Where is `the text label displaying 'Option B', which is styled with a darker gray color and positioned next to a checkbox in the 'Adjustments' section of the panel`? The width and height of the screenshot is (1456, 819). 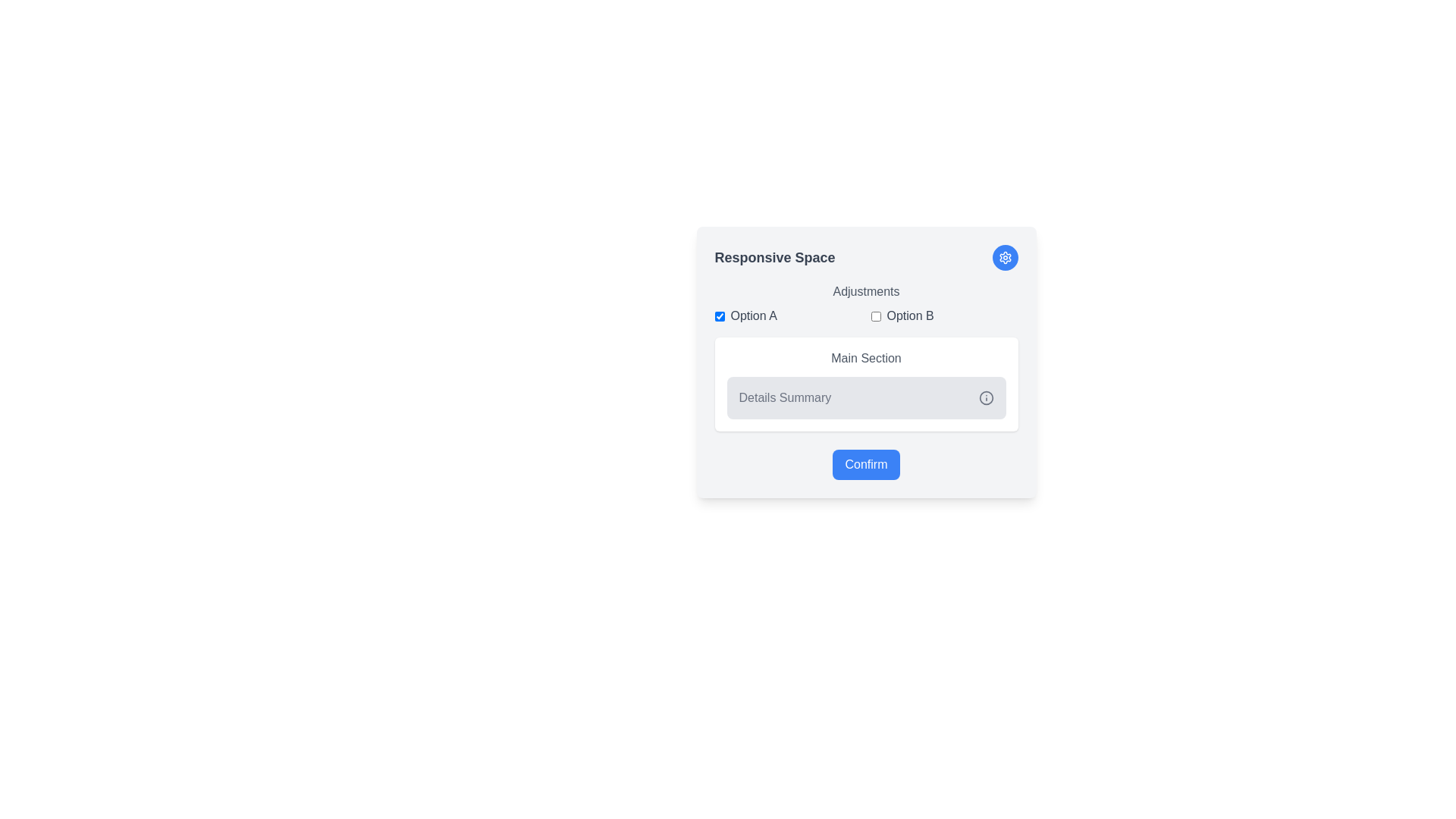 the text label displaying 'Option B', which is styled with a darker gray color and positioned next to a checkbox in the 'Adjustments' section of the panel is located at coordinates (910, 315).